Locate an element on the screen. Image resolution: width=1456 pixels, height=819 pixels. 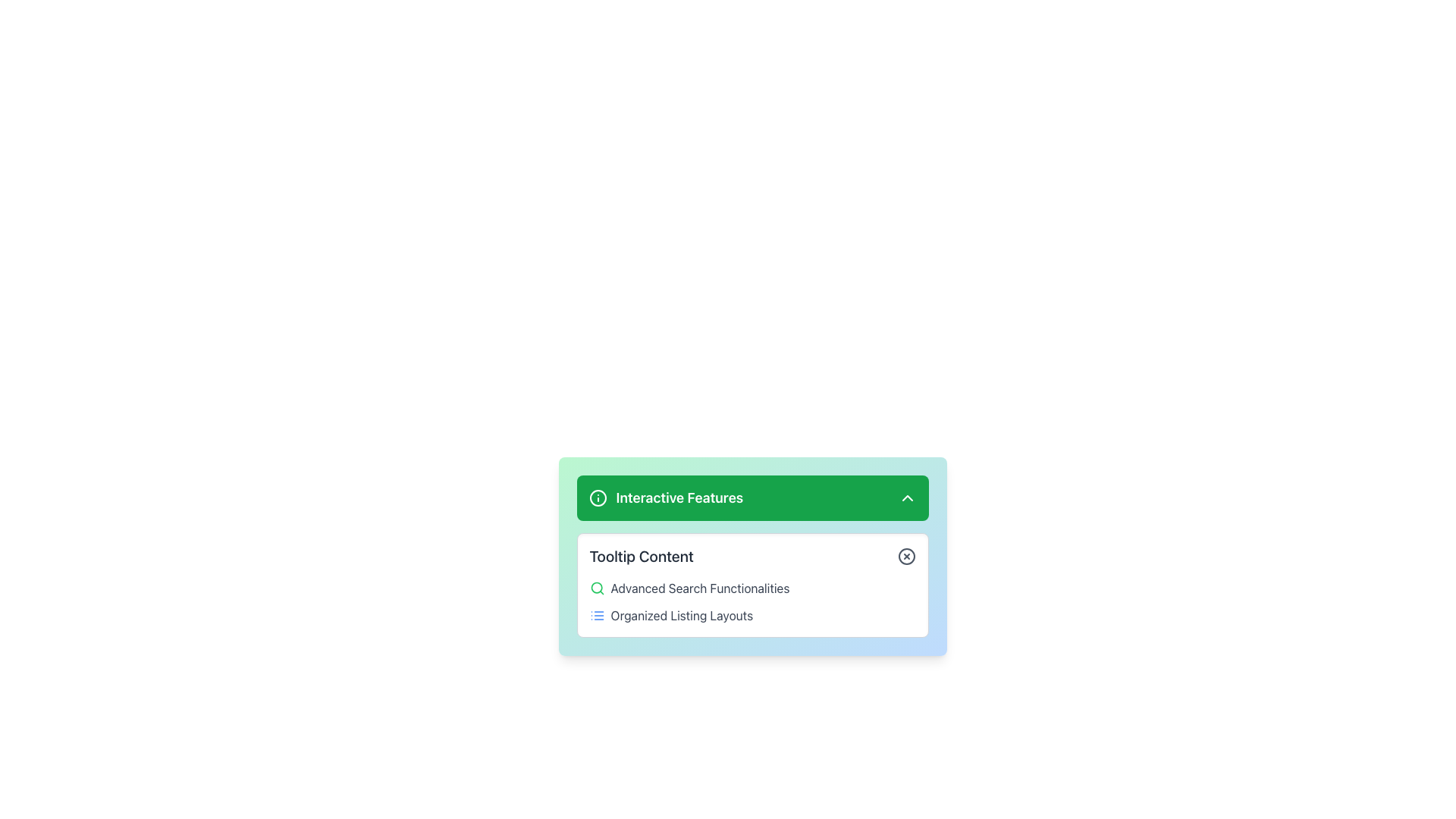
the decorative circle in the SVG icon located at the top-left corner of the green header labeled 'Interactive Features' is located at coordinates (597, 497).